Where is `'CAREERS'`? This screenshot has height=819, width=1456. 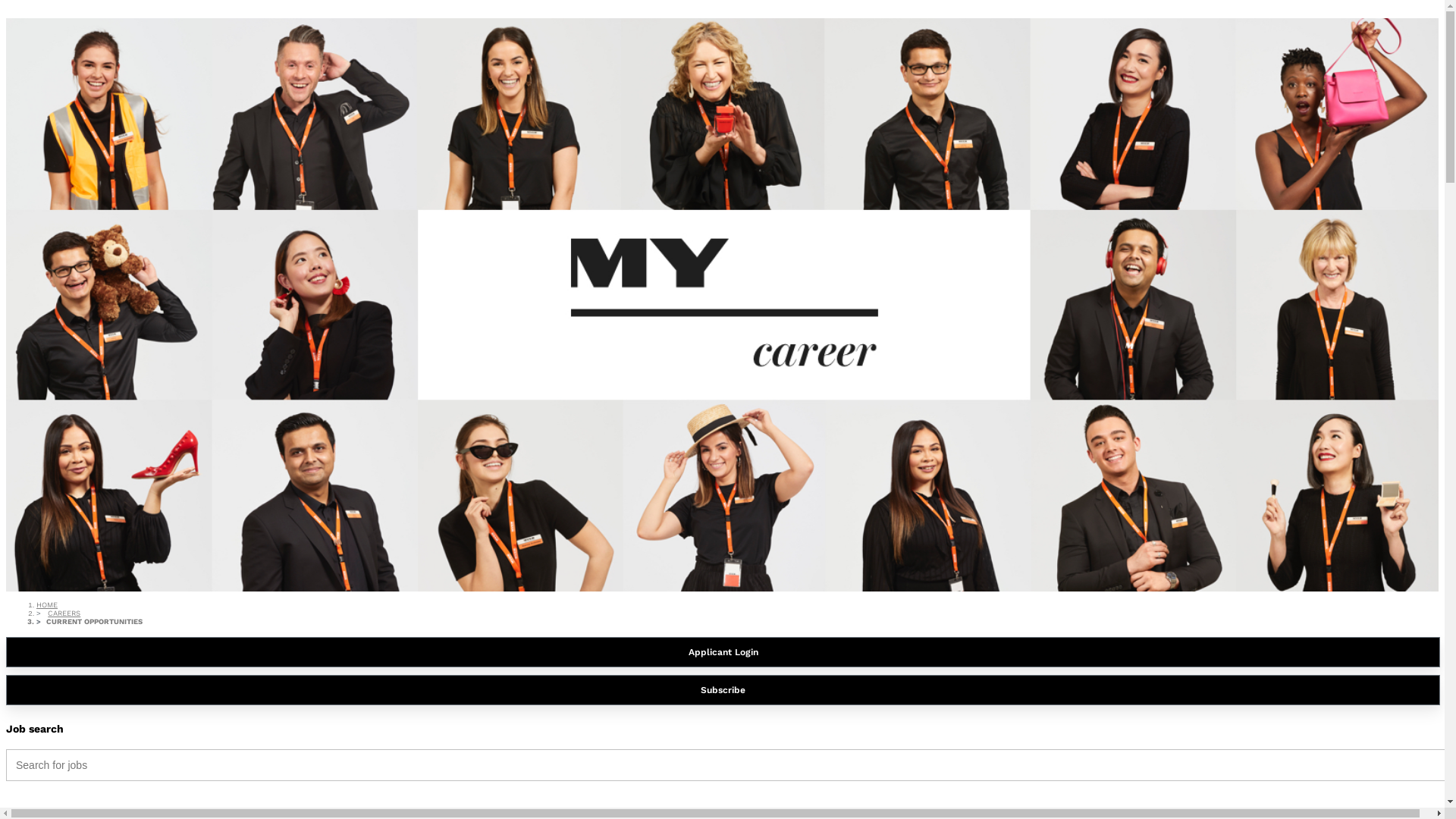 'CAREERS' is located at coordinates (63, 612).